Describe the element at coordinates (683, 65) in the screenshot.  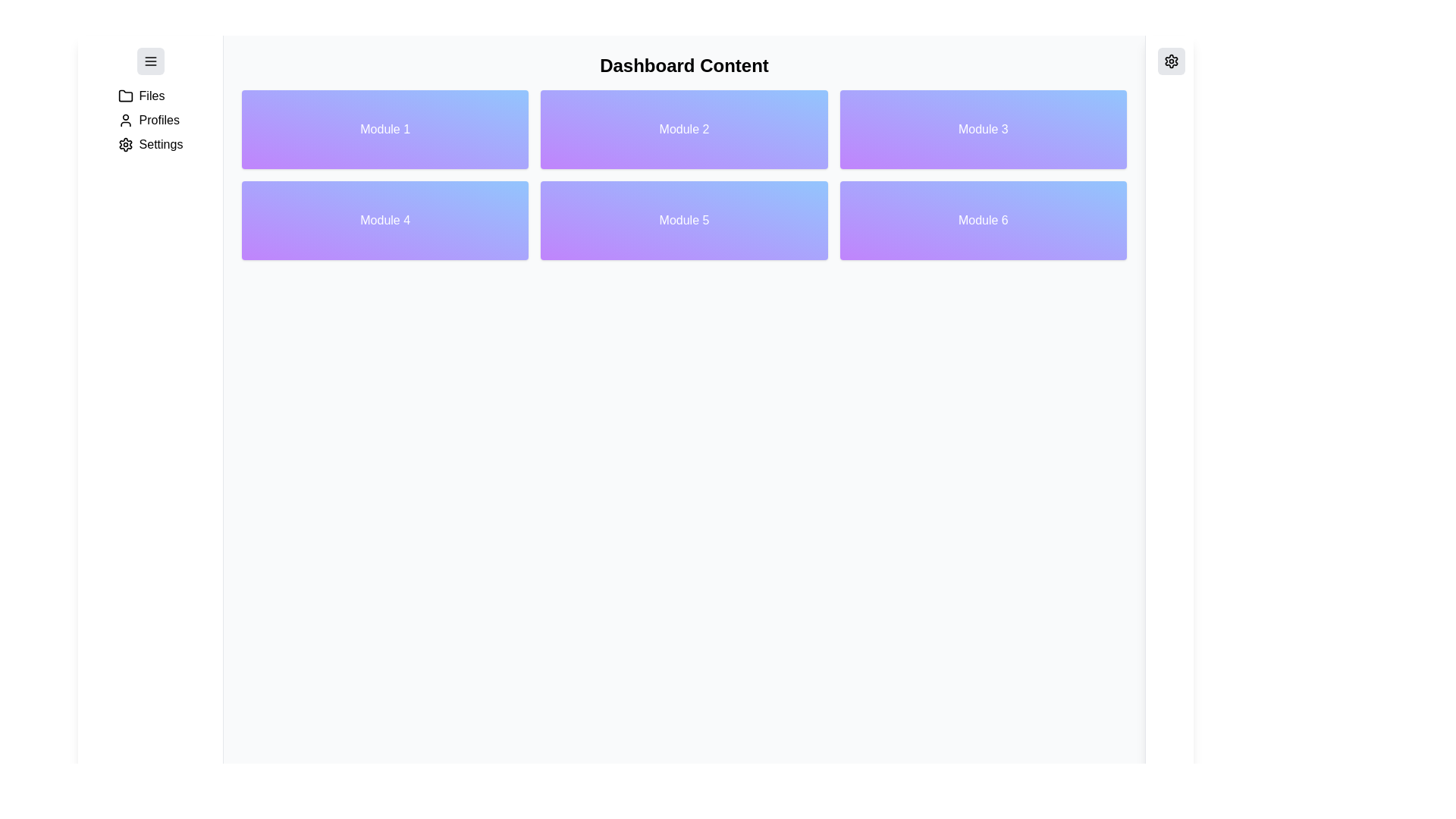
I see `header text displayed as 'Dashboard Content' at the top of the main content area` at that location.